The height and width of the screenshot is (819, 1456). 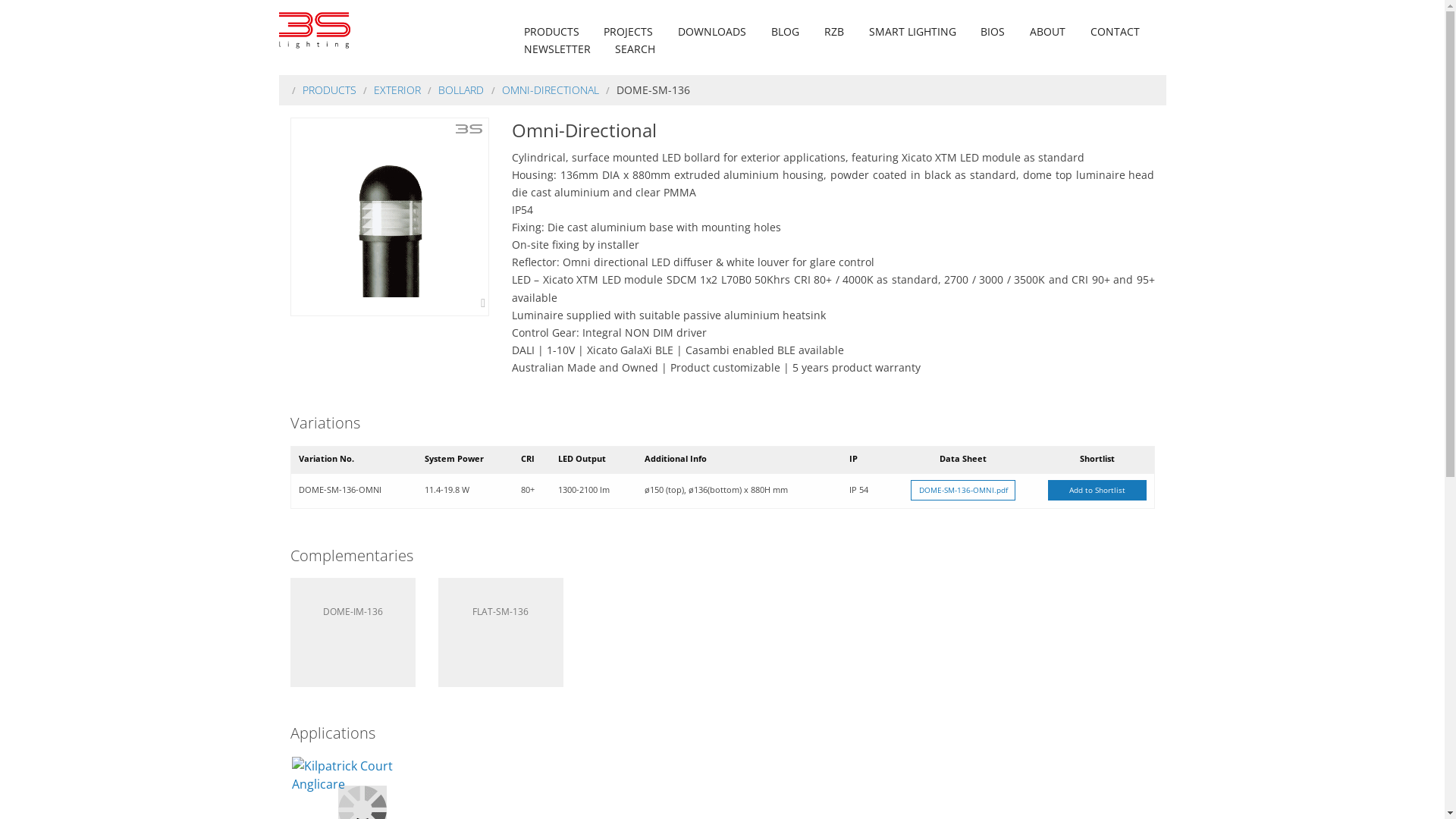 I want to click on 'DOME-IM-136', so click(x=351, y=632).